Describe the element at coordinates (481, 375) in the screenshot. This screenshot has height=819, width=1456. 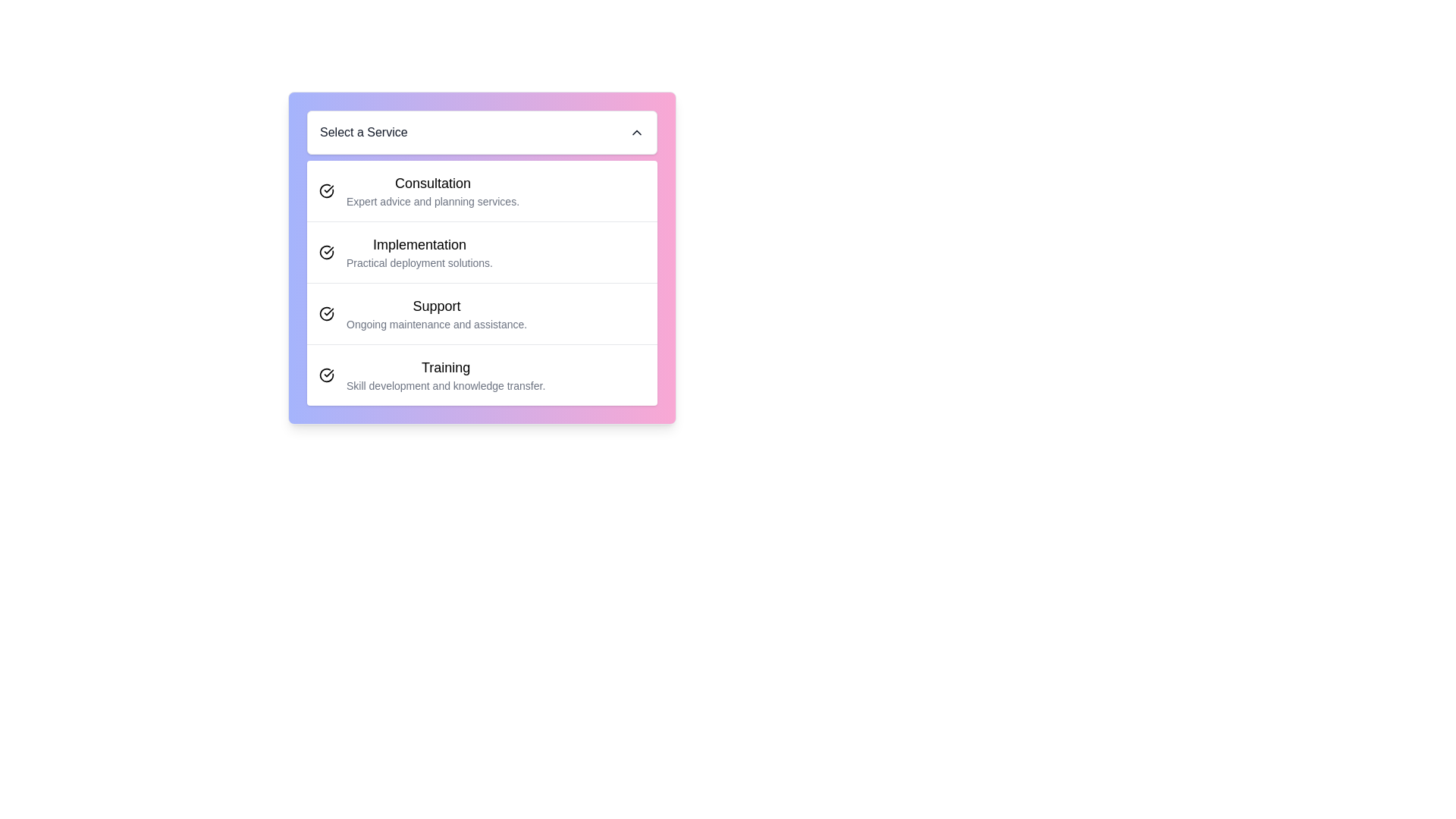
I see `the fourth selectable list item labeled 'Training'` at that location.